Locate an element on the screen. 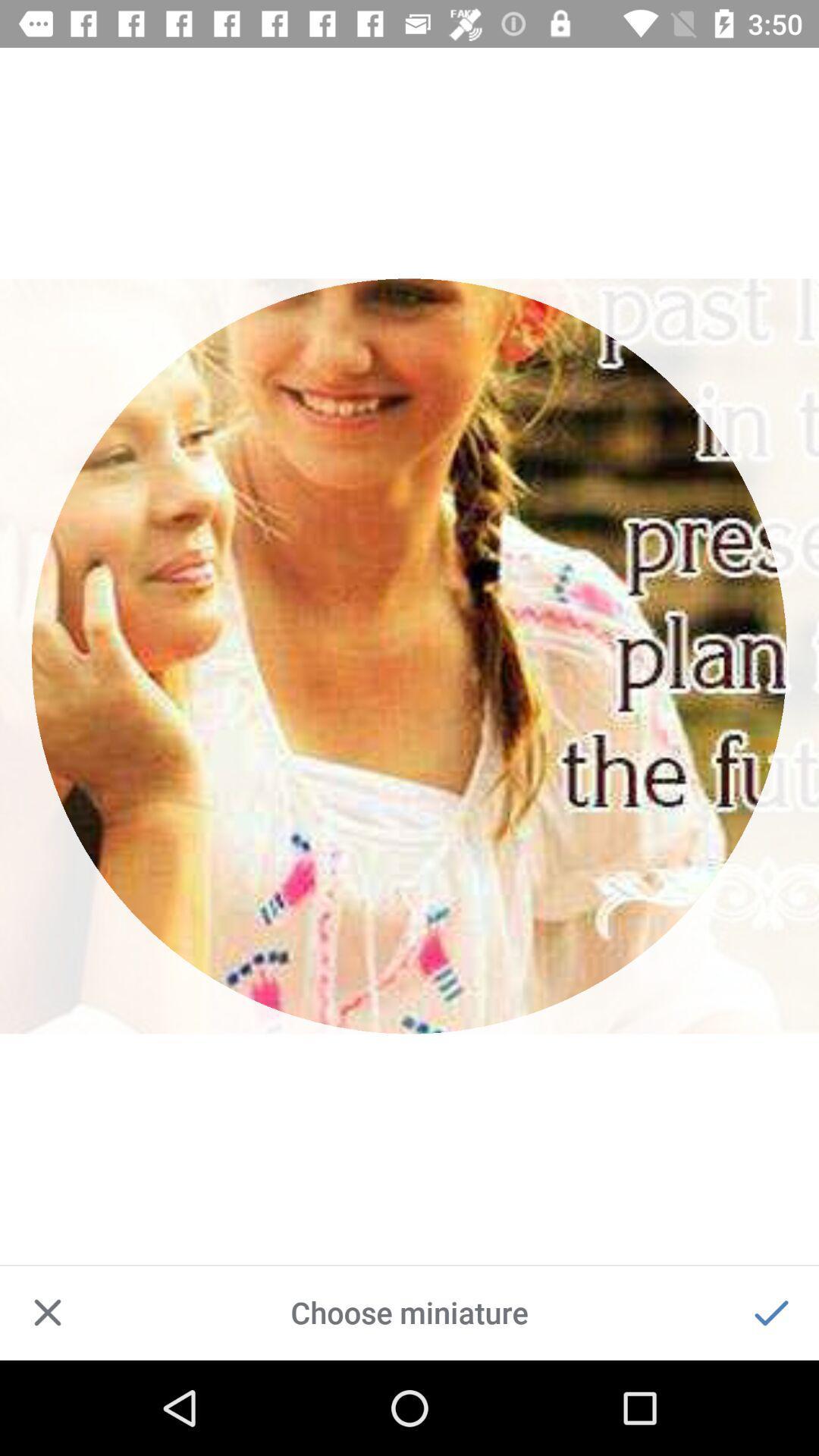  accept is located at coordinates (771, 1312).